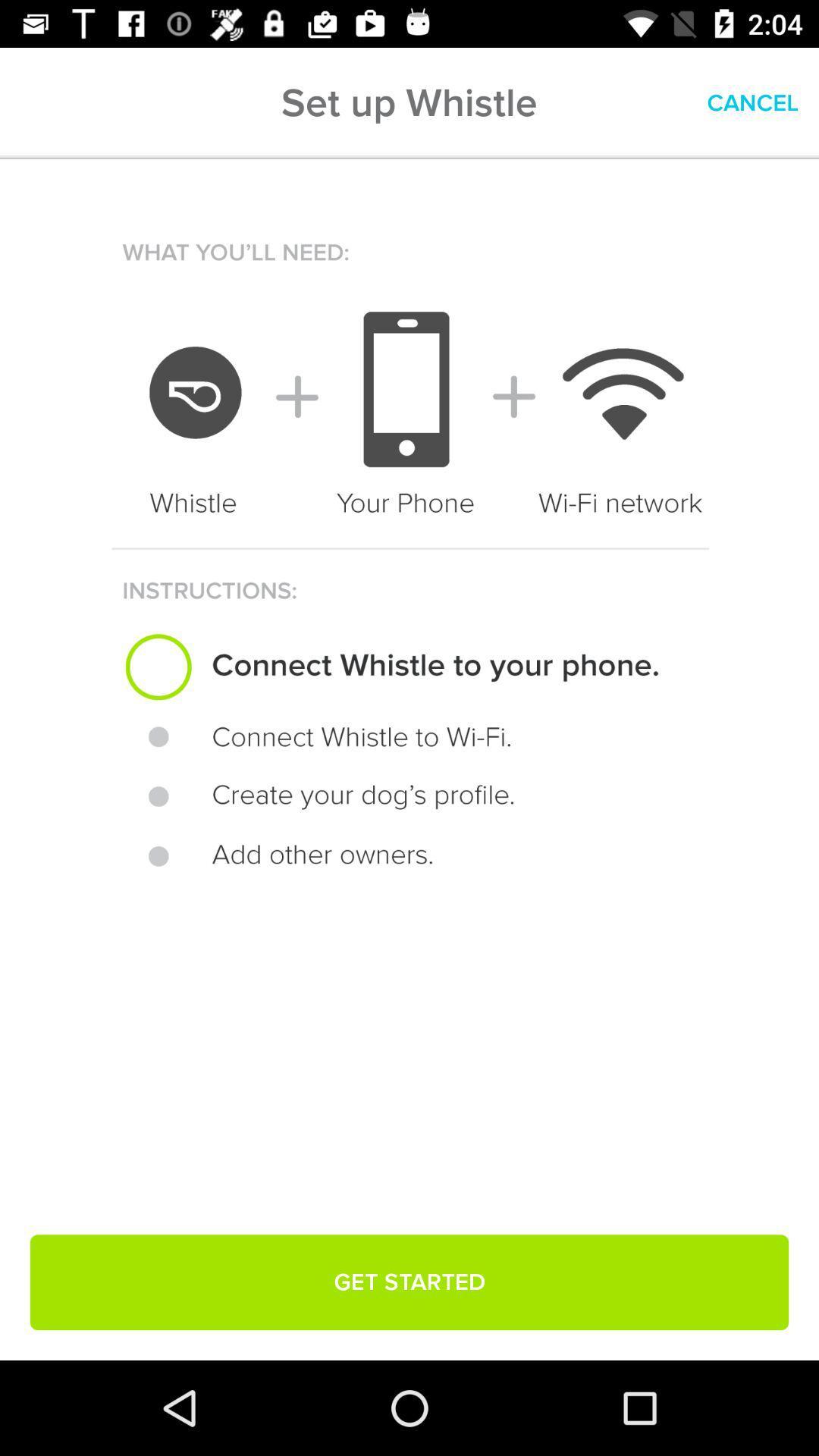  What do you see at coordinates (752, 102) in the screenshot?
I see `cancel item` at bounding box center [752, 102].